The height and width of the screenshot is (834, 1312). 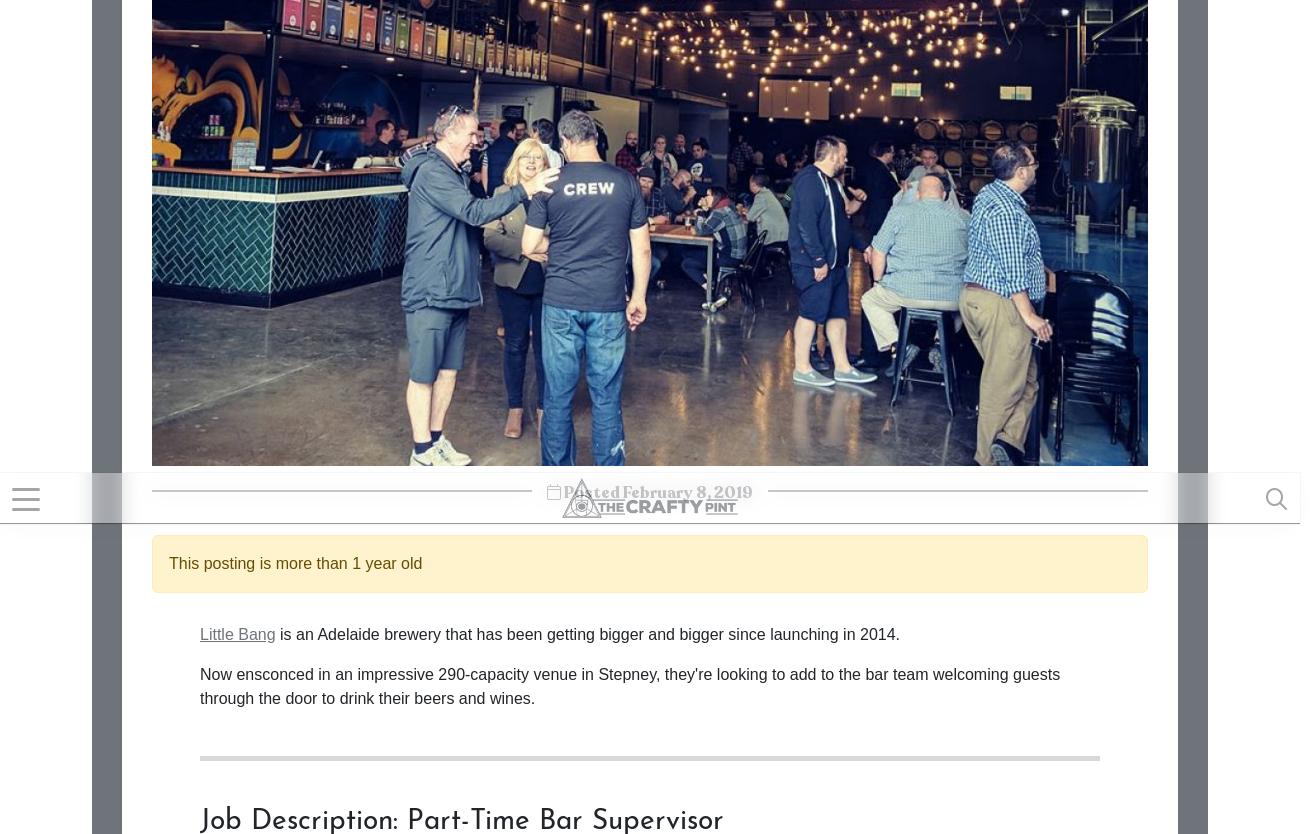 What do you see at coordinates (455, 134) in the screenshot?
I see `'Ability to manage intoxicated and sometimes disorderly people.'` at bounding box center [455, 134].